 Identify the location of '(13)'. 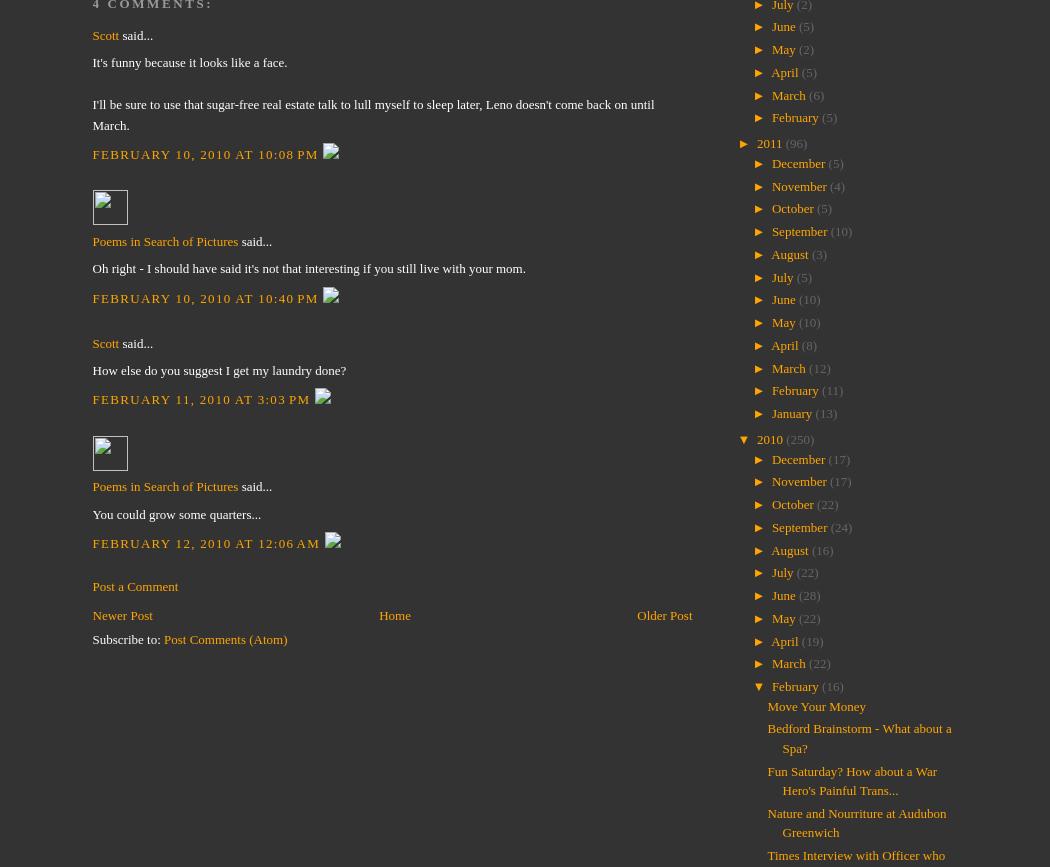
(826, 413).